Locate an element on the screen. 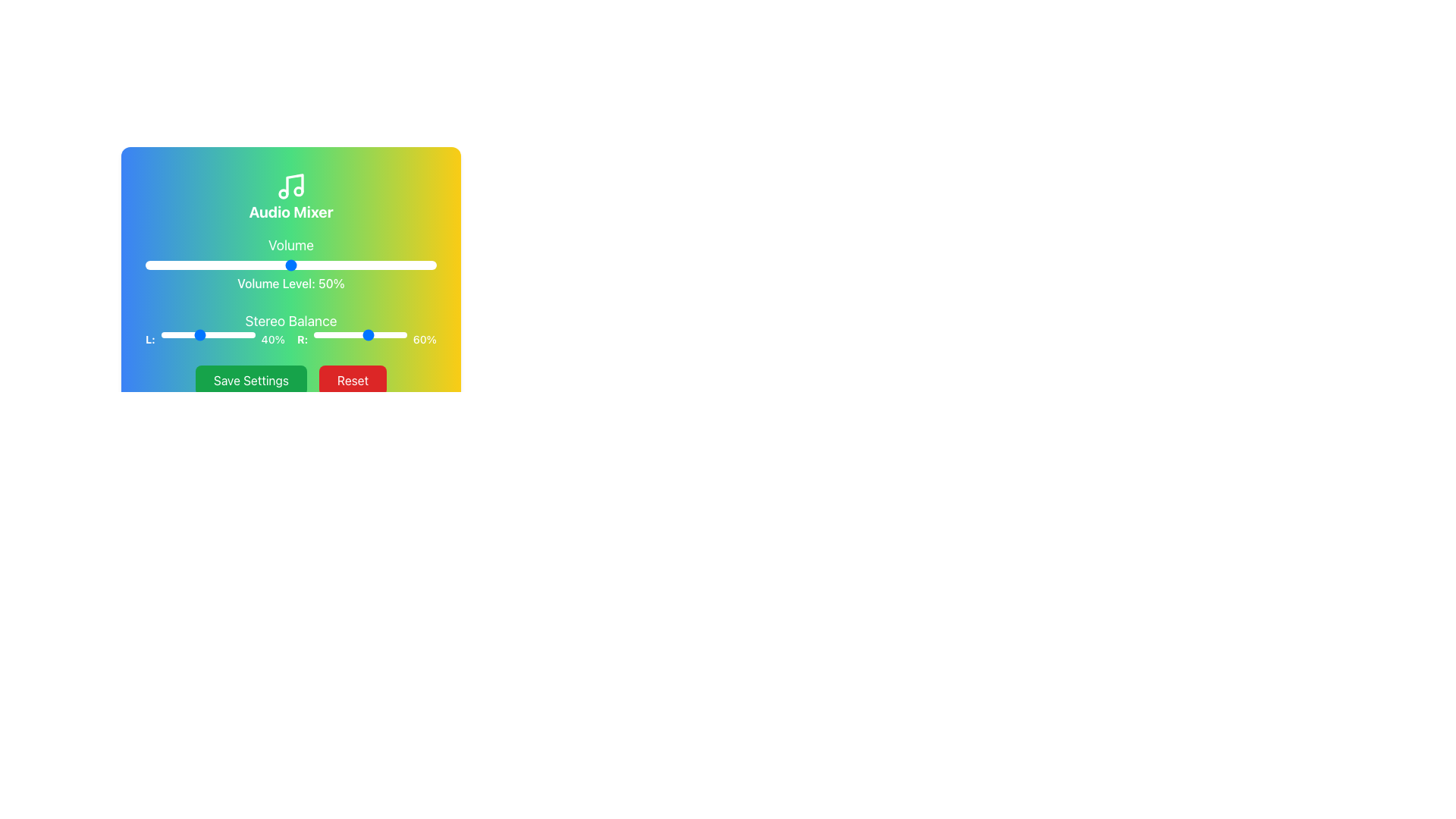  the volume is located at coordinates (273, 265).